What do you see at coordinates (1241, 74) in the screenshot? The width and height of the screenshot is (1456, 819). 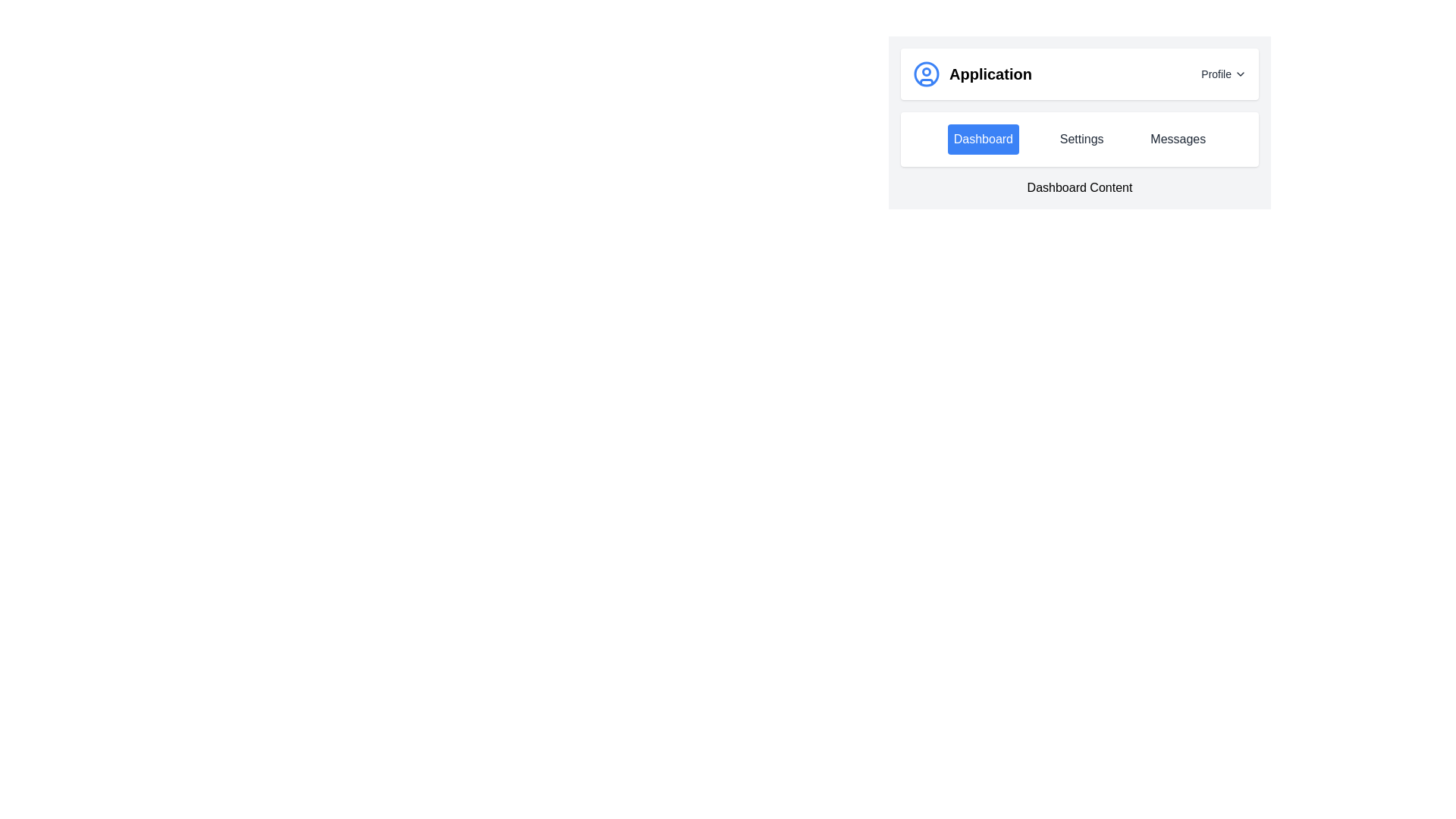 I see `the downward-pointing chevron SVG icon located to the right of the 'Profile' text in the header` at bounding box center [1241, 74].